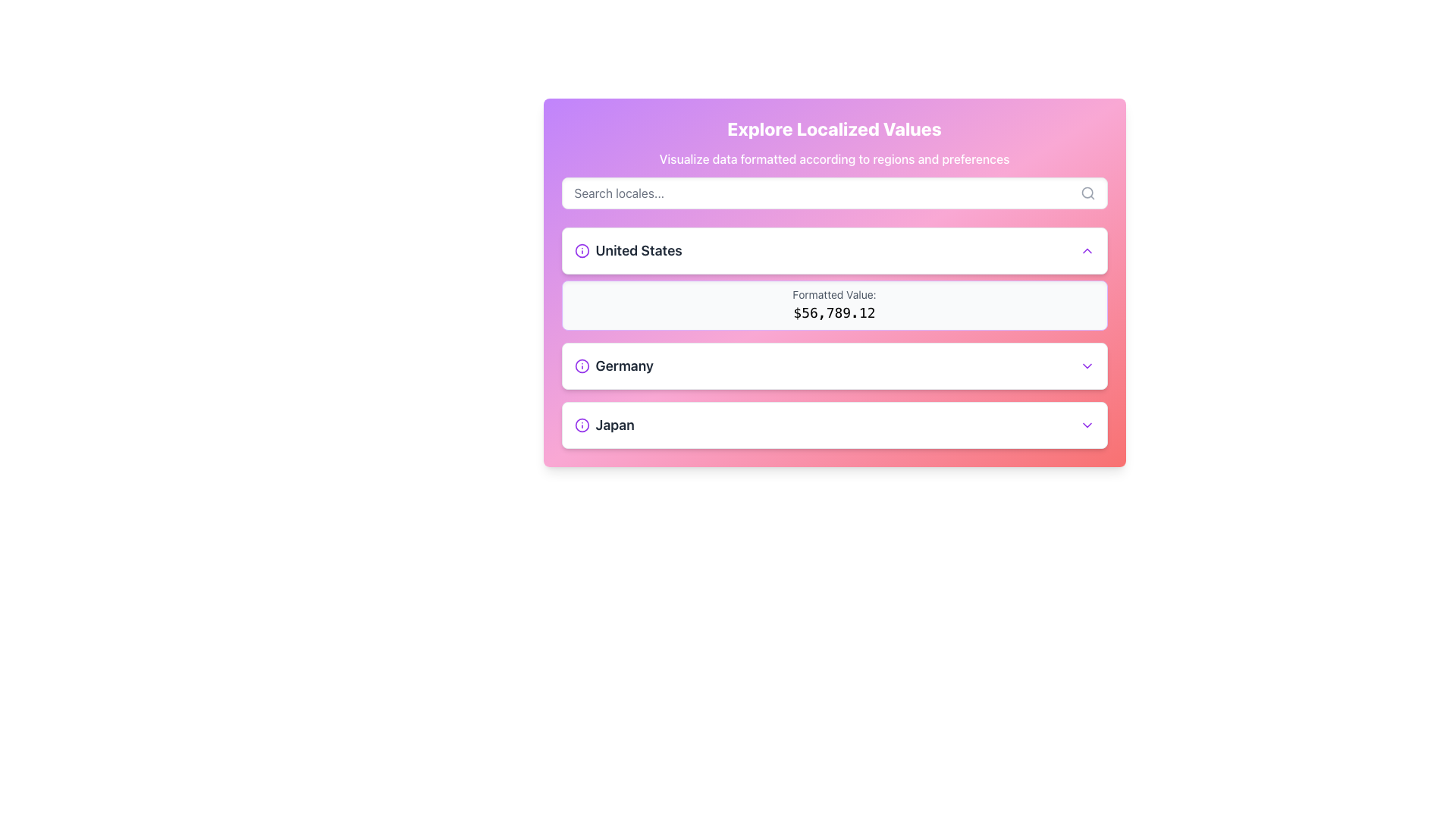  What do you see at coordinates (615, 425) in the screenshot?
I see `text of the label representing the locale 'Japan', which is the fourth item in the list below the 'Germany' label` at bounding box center [615, 425].